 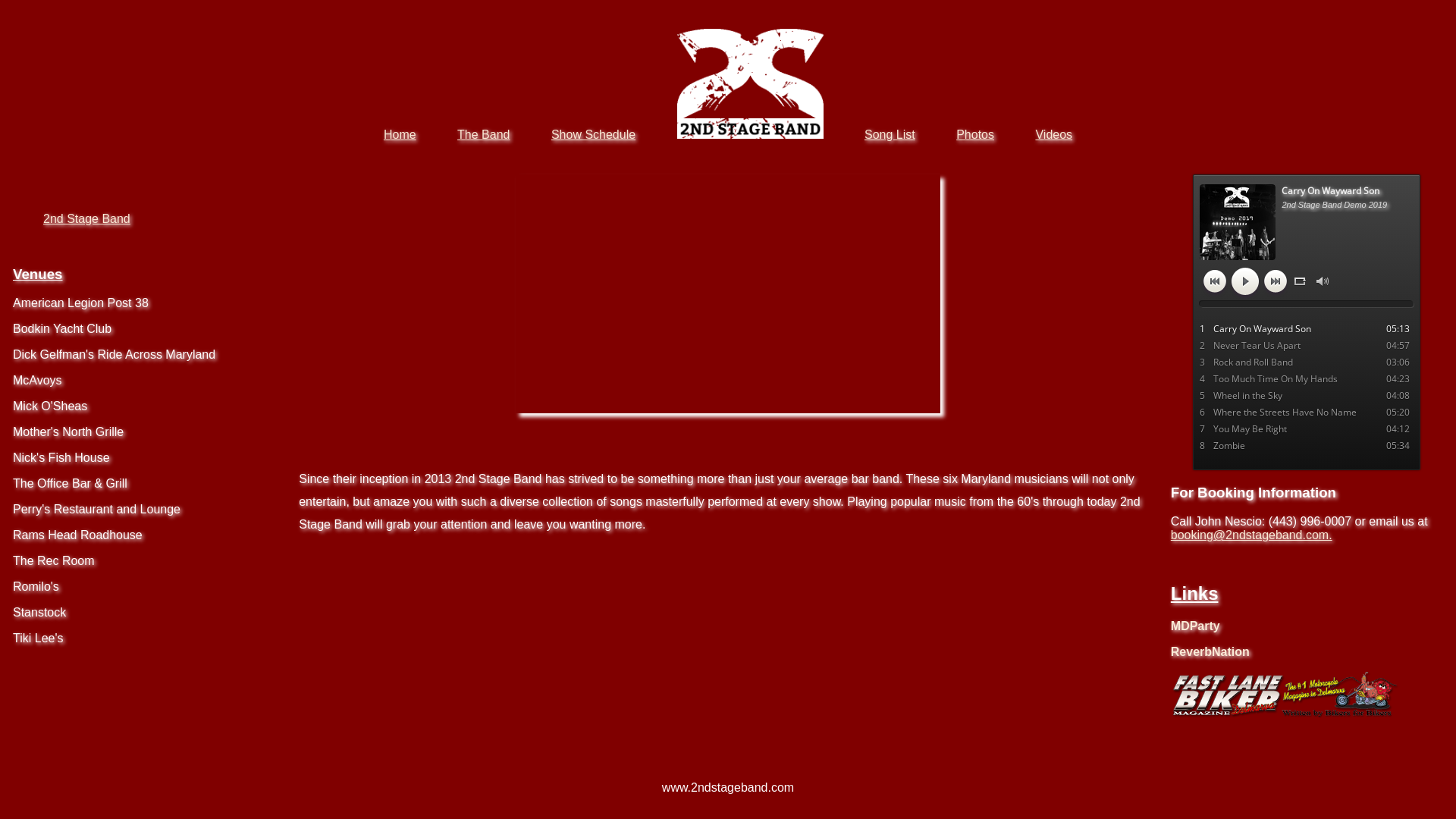 I want to click on 'Song List', so click(x=890, y=133).